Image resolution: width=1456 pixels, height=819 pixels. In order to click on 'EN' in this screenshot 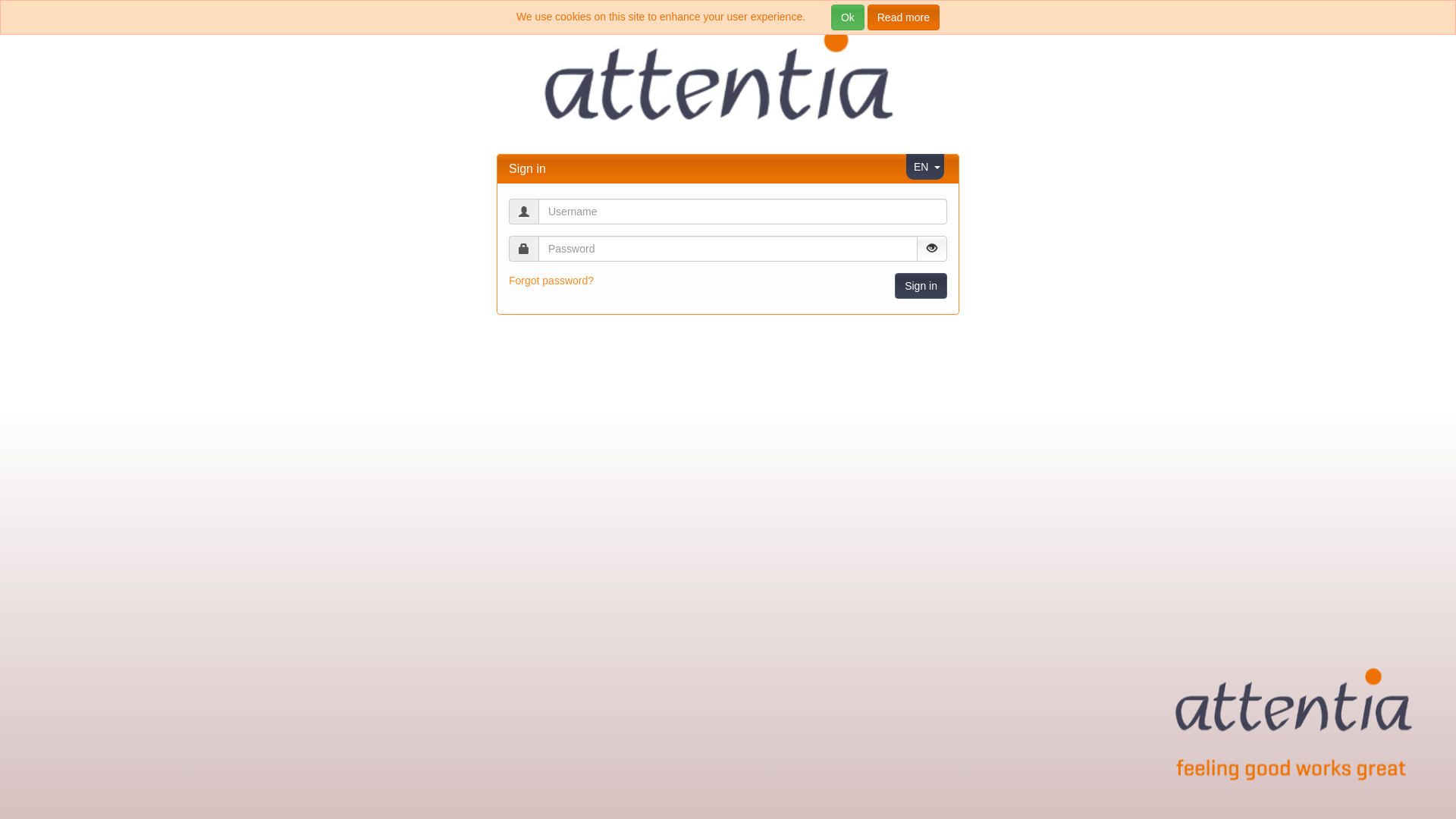, I will do `click(920, 166)`.